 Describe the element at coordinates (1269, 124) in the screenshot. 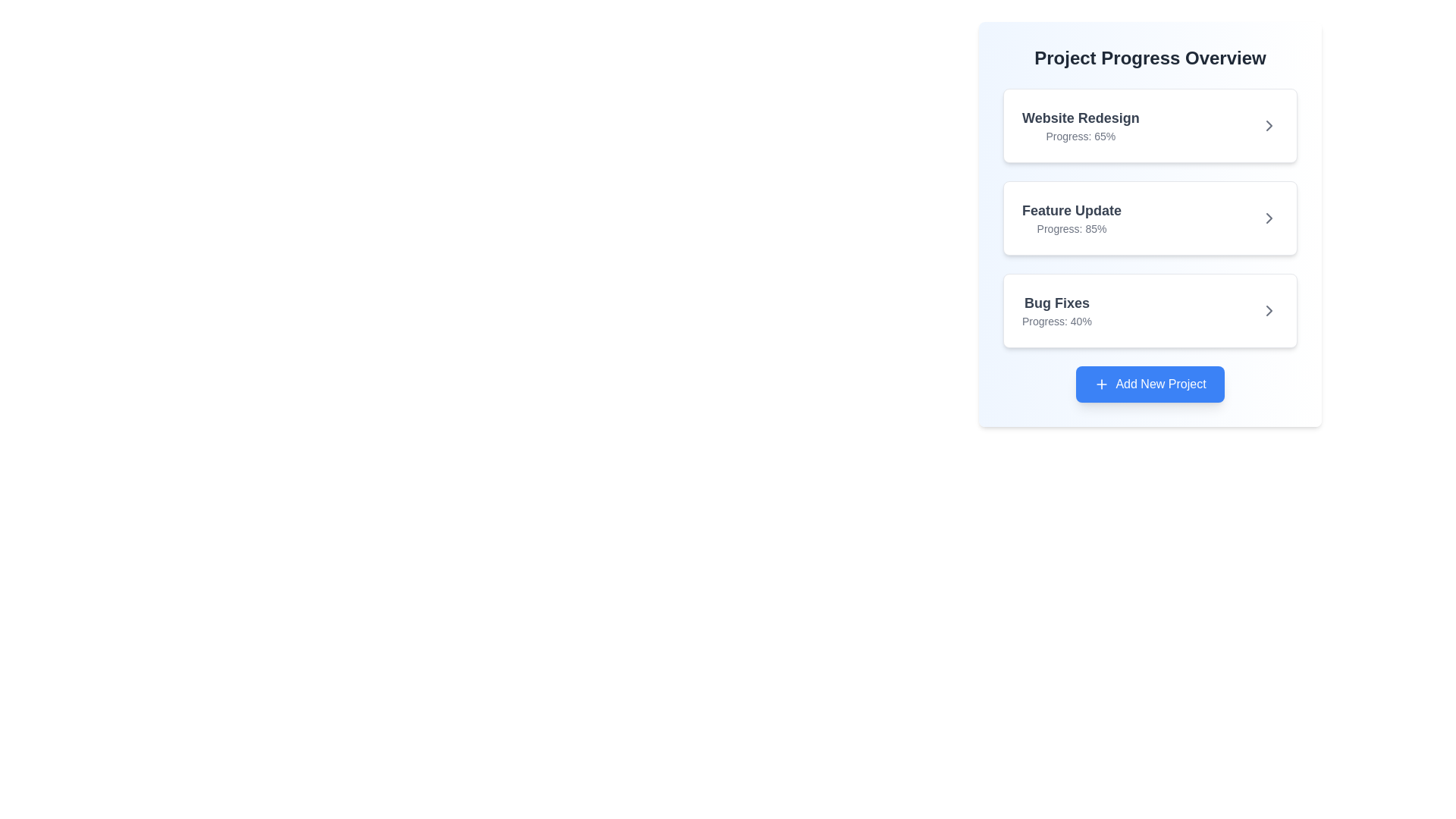

I see `the right-chevron vector icon located at the right end of the 'Website Redesign' item in the navigation interface` at that location.